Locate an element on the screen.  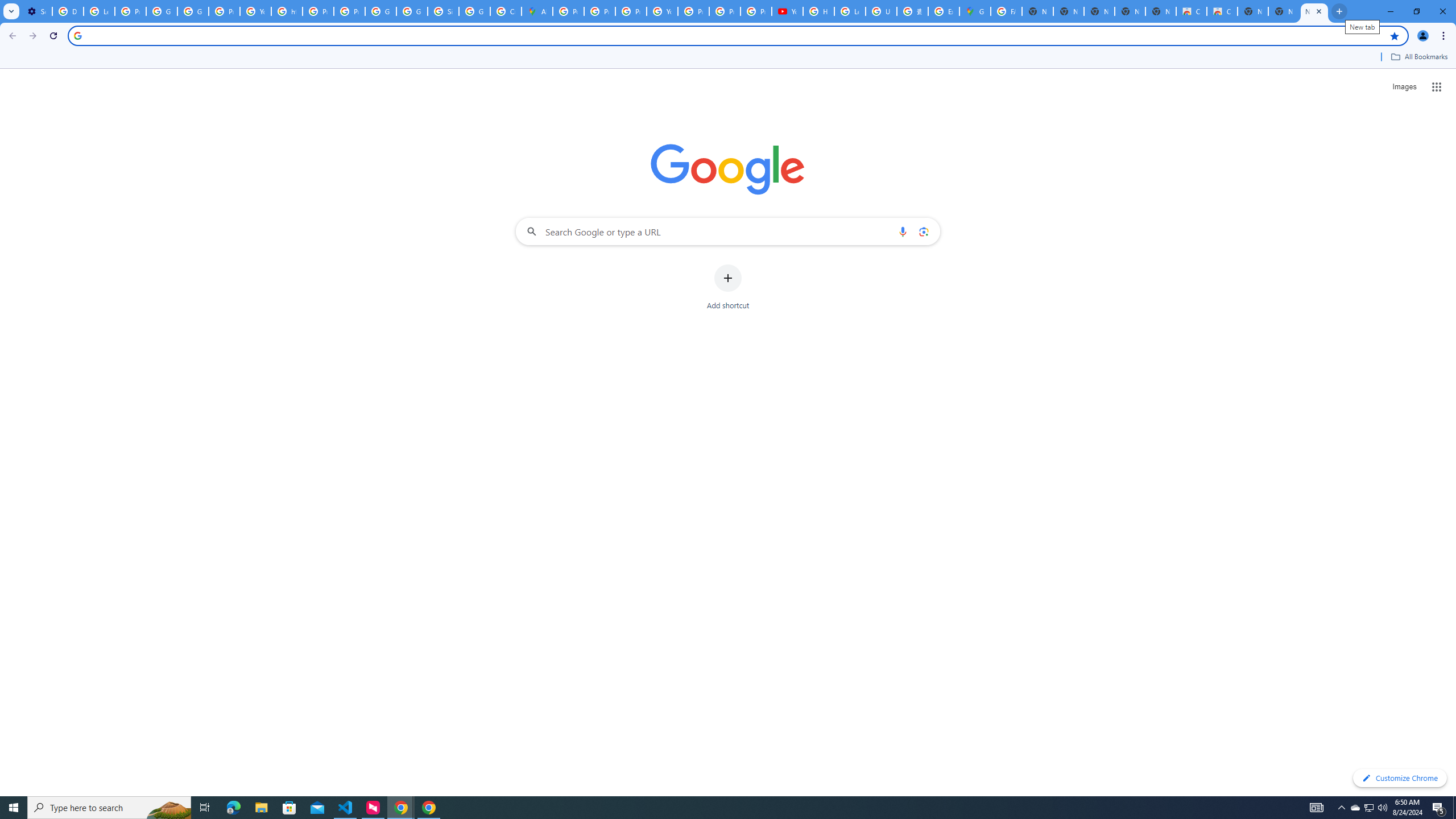
'New Tab' is located at coordinates (1314, 11).